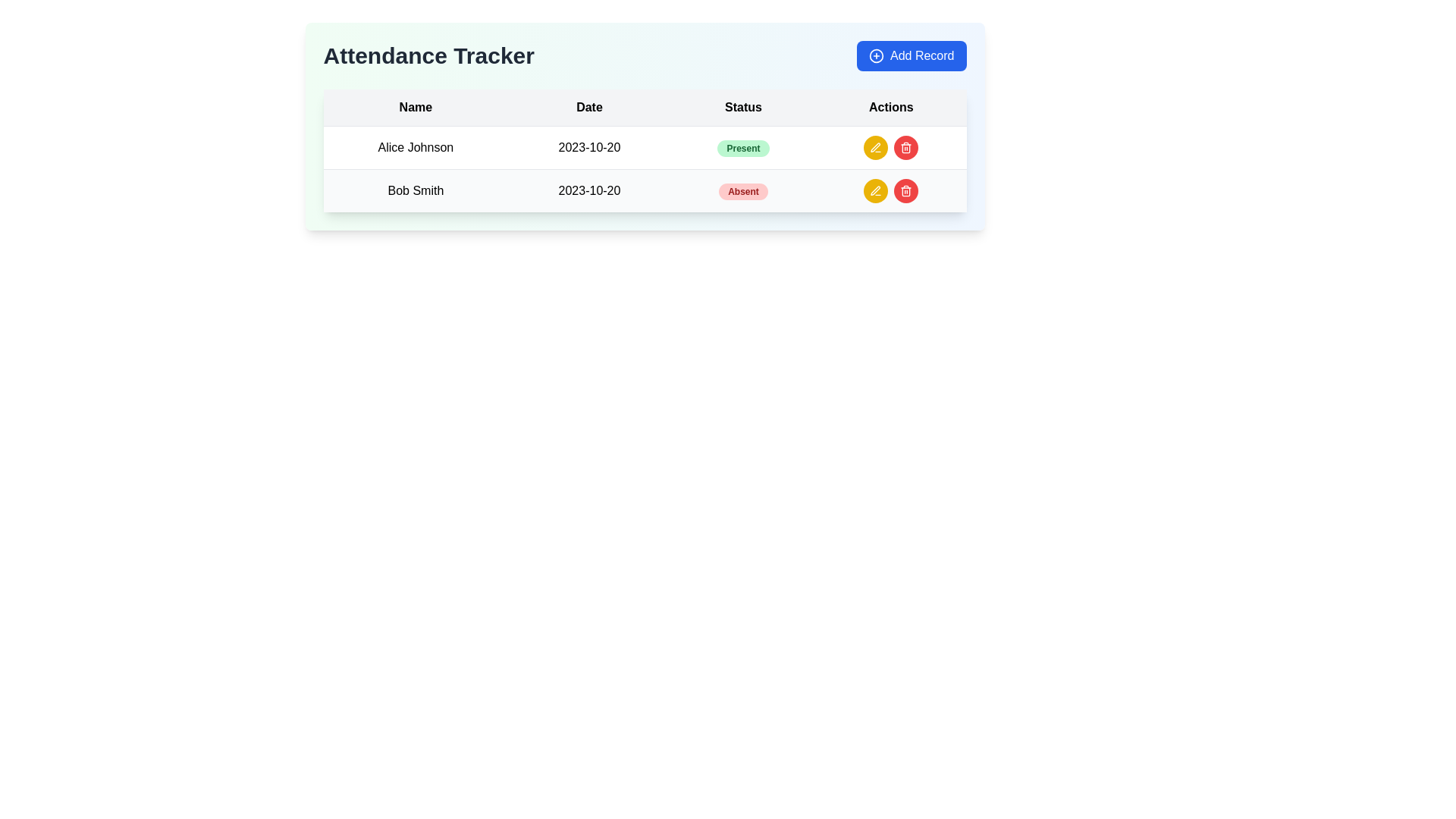 The width and height of the screenshot is (1456, 819). I want to click on the pen icon button located in the 'Actions' column for the 'Bob Smith' entry, which is recognized by its yellow circular background and modern flat design, positioned to the left of the red trash can icon, so click(876, 190).